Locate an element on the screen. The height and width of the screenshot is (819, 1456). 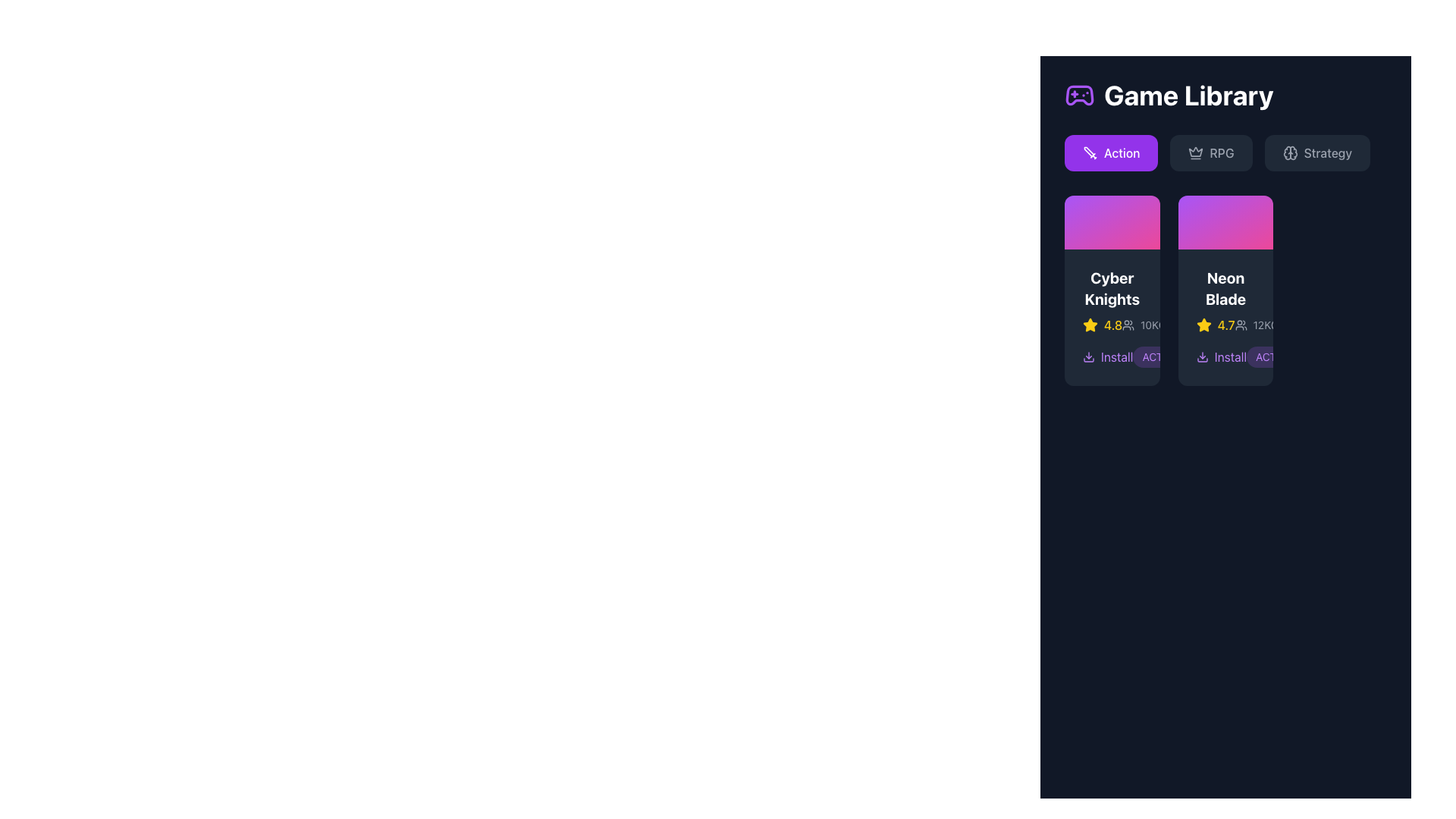
the user icon, which is represented by stylized silhouettes of two individuals, located to the left of the text '12K' in the lower-right portion of the 'Neon Blade' card is located at coordinates (1241, 324).